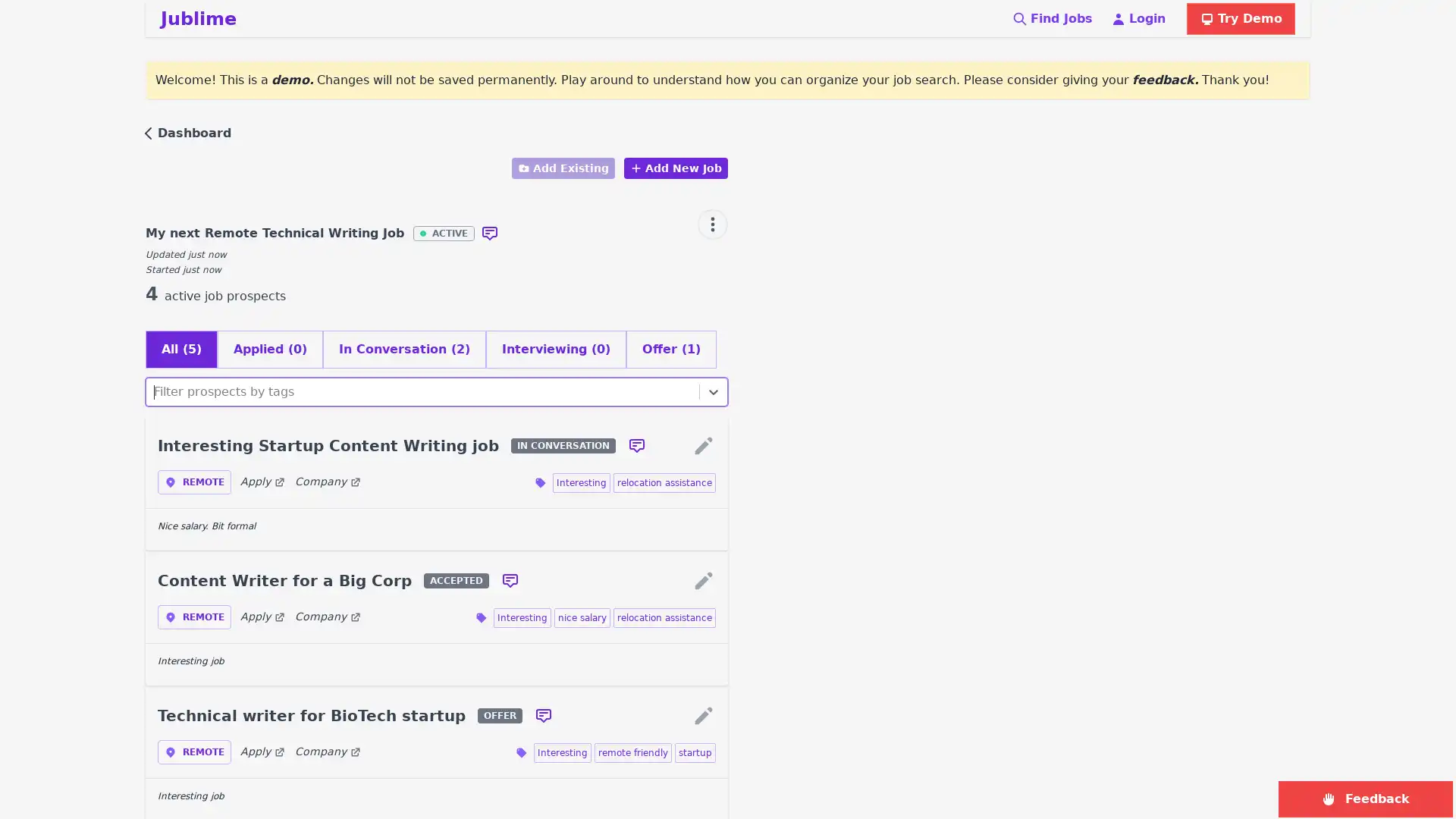 Image resolution: width=1456 pixels, height=819 pixels. I want to click on Login, so click(1138, 18).